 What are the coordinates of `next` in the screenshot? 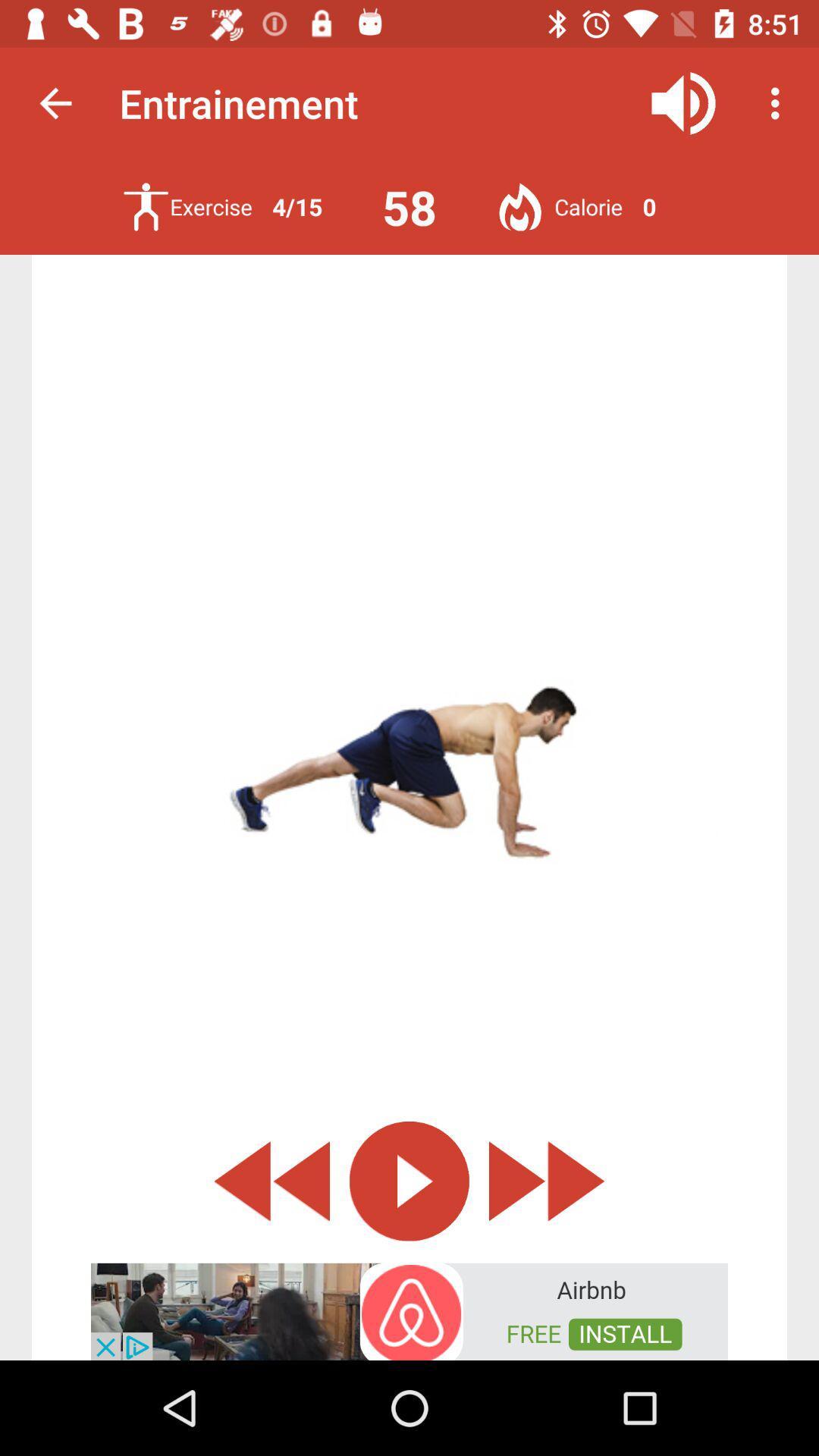 It's located at (547, 1180).